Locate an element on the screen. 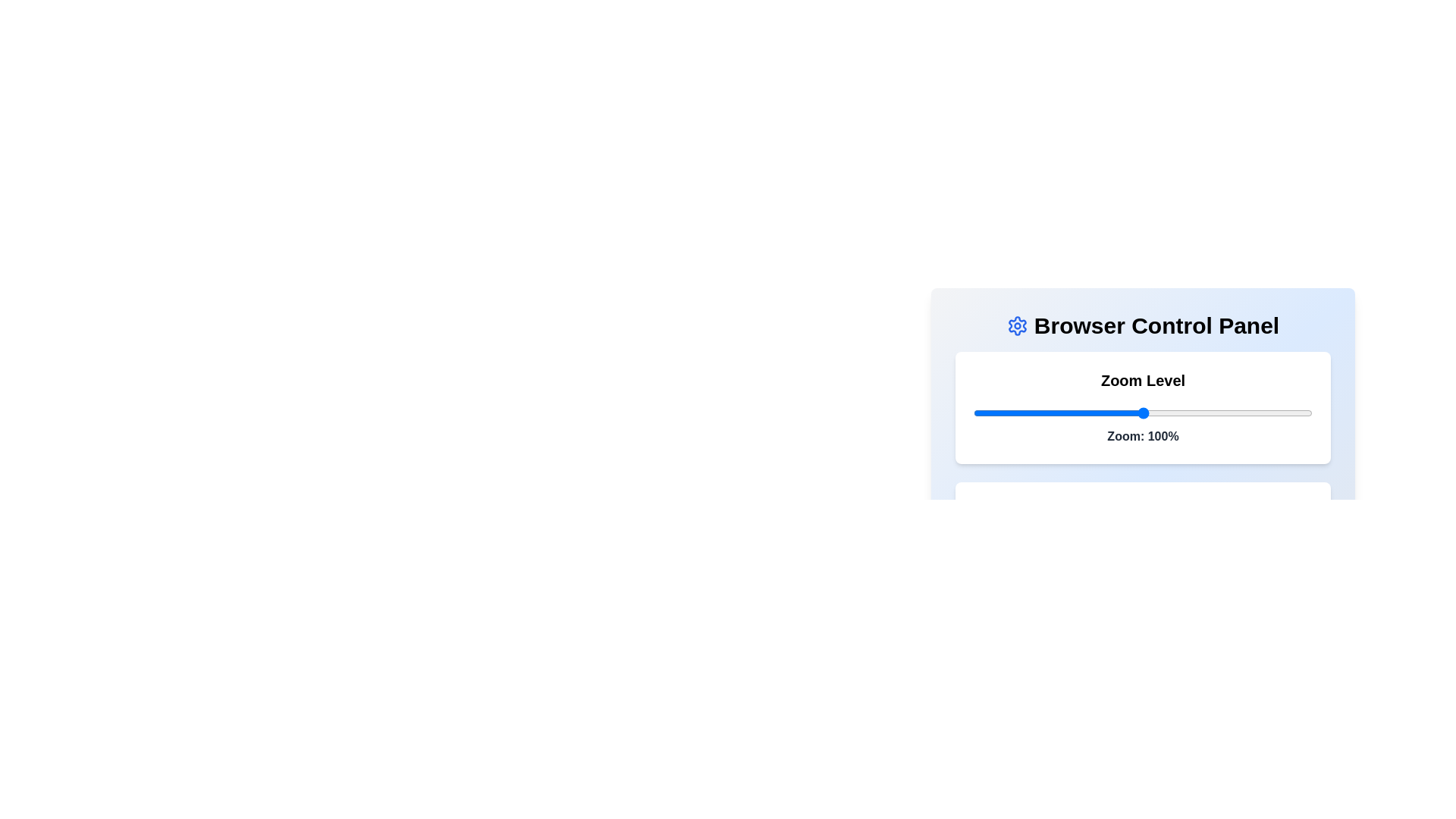  the zoom level to 108% using the slider is located at coordinates (1169, 413).